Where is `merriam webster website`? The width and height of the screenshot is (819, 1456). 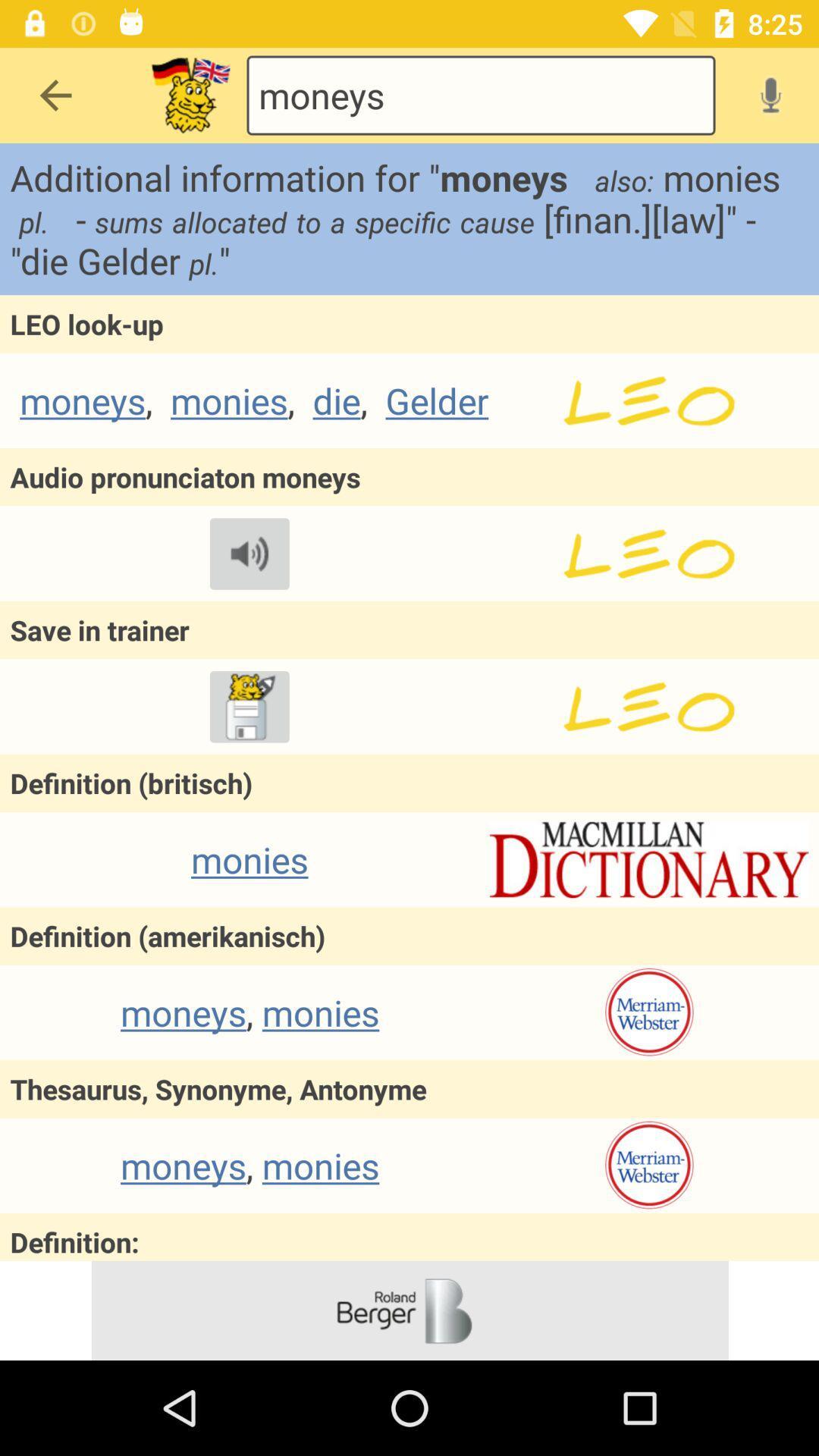 merriam webster website is located at coordinates (648, 1012).